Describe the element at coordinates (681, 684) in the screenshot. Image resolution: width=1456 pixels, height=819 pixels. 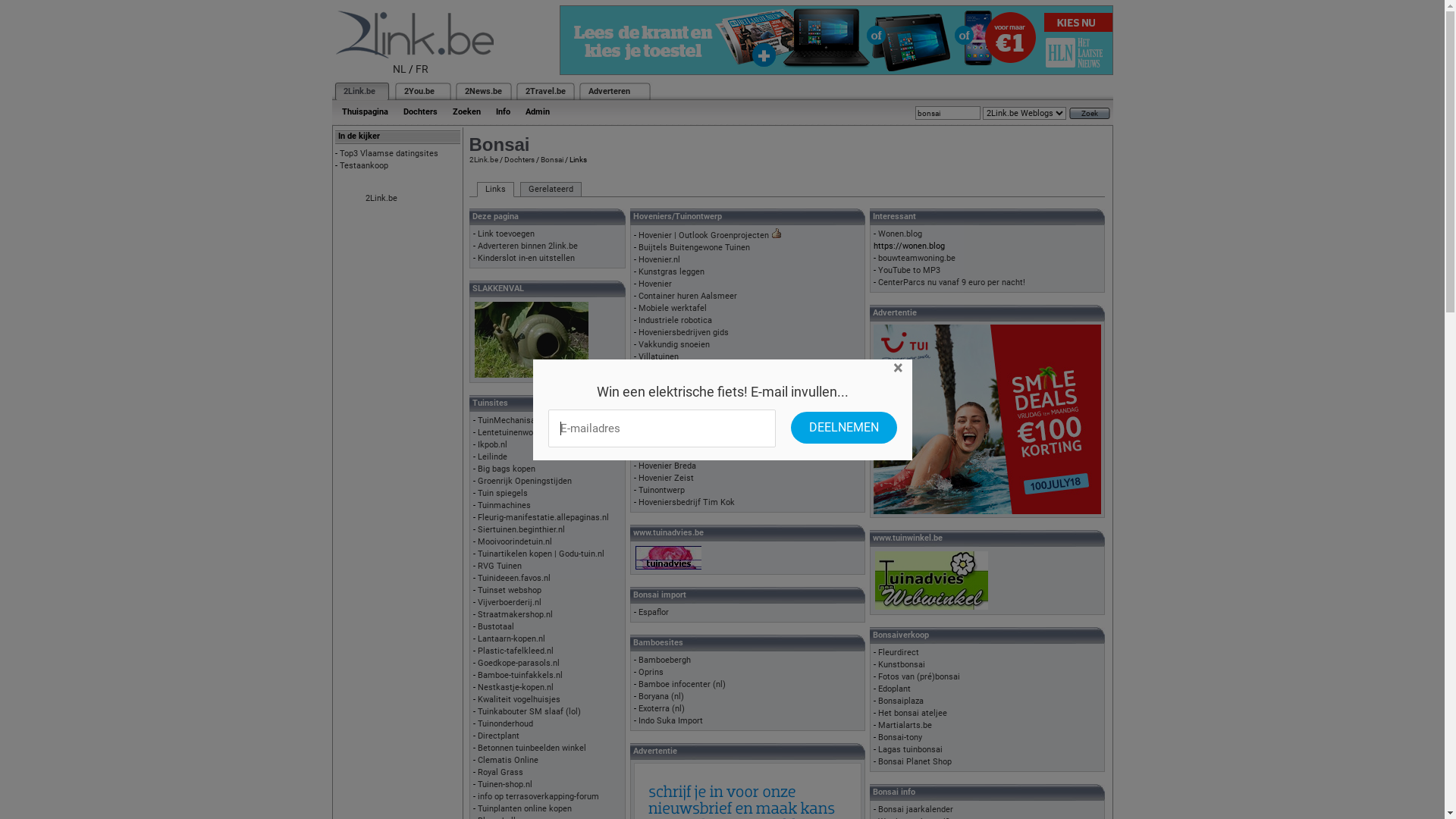
I see `'Bamboe infocenter (nl)'` at that location.